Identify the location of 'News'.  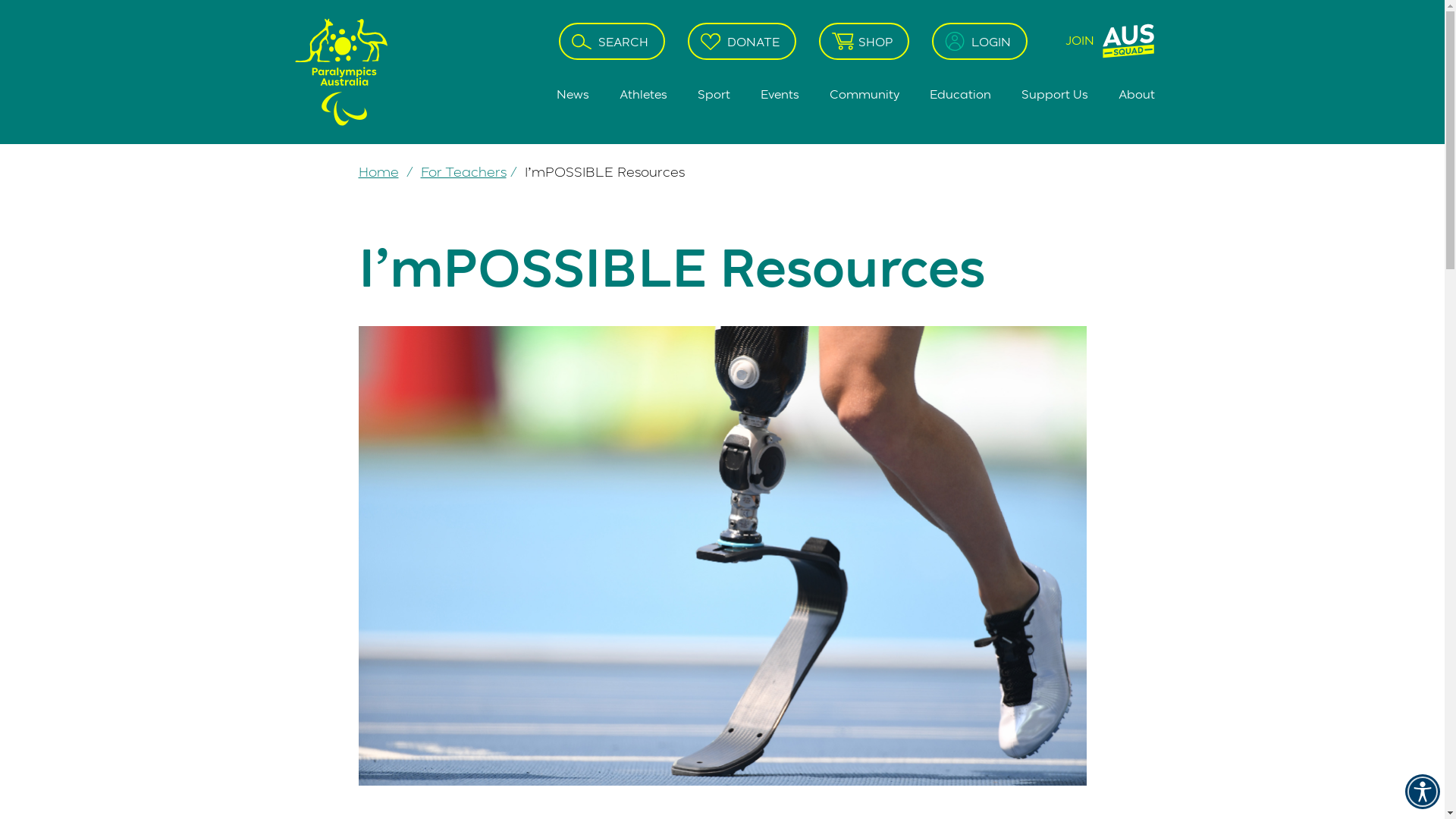
(572, 93).